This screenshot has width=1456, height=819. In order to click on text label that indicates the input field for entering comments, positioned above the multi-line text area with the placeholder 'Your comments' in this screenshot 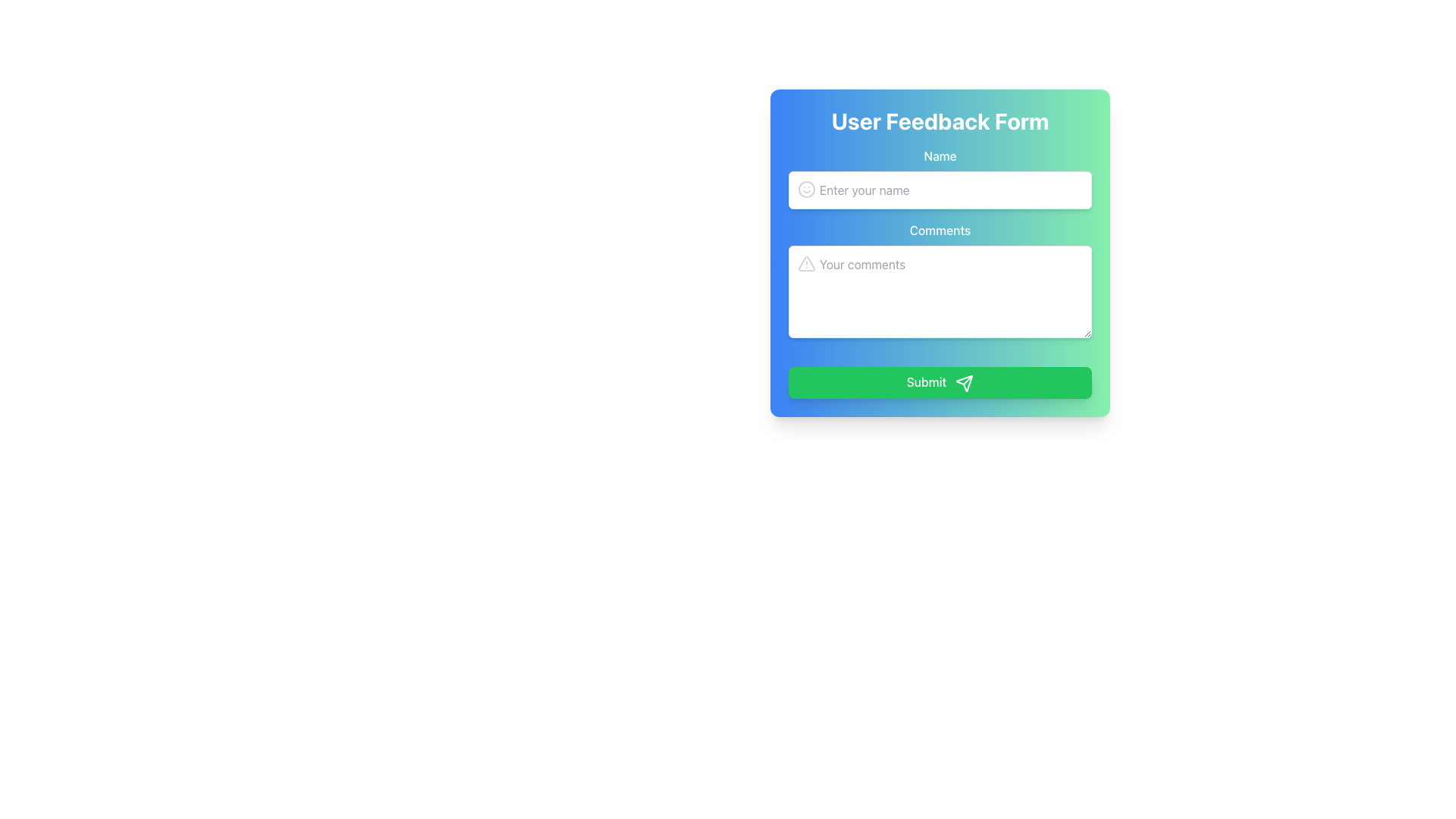, I will do `click(939, 231)`.